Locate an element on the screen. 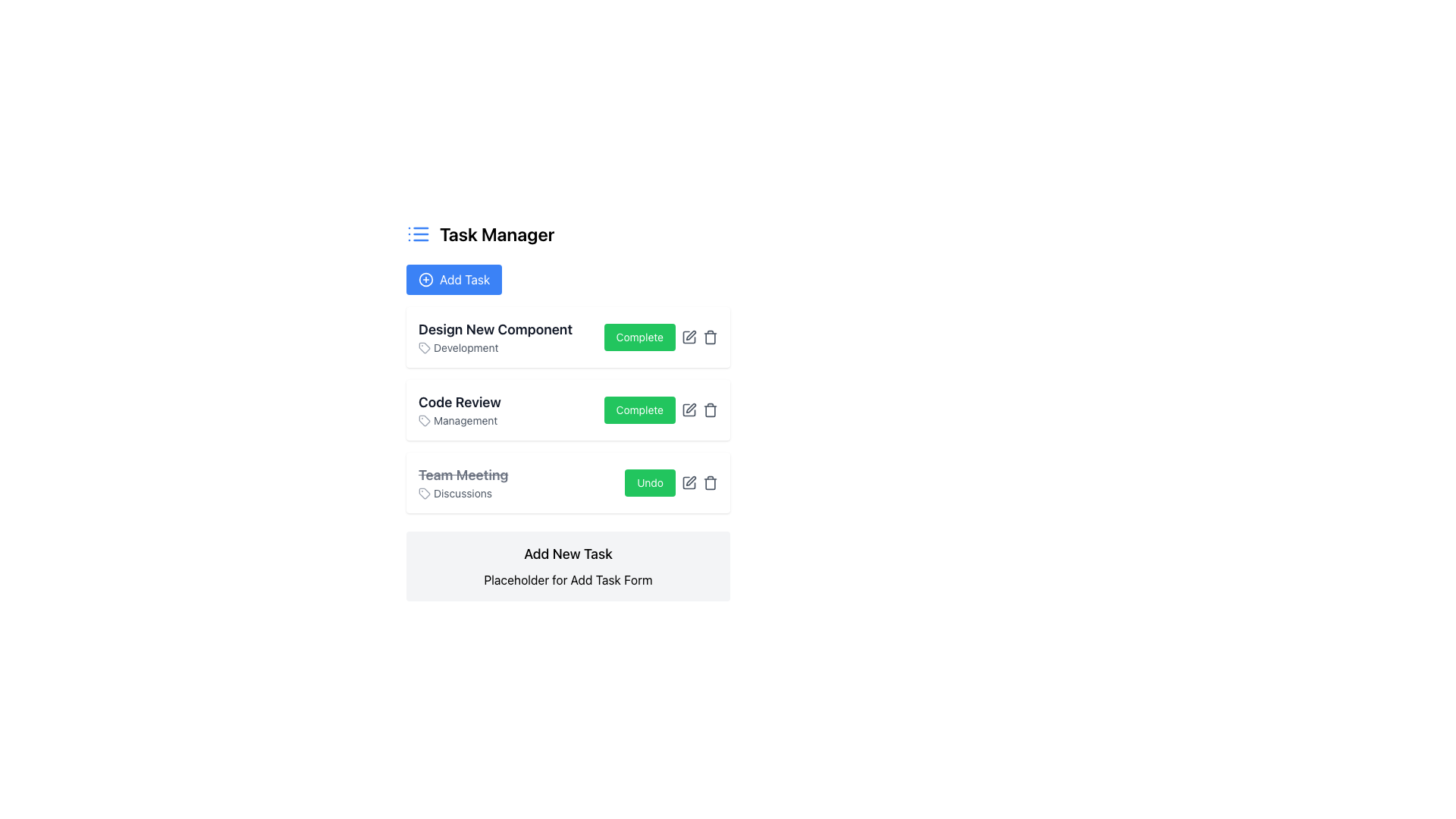 This screenshot has width=1456, height=819. the 'Management' text label with an icon located under the 'Code Review' section in the task list is located at coordinates (459, 421).